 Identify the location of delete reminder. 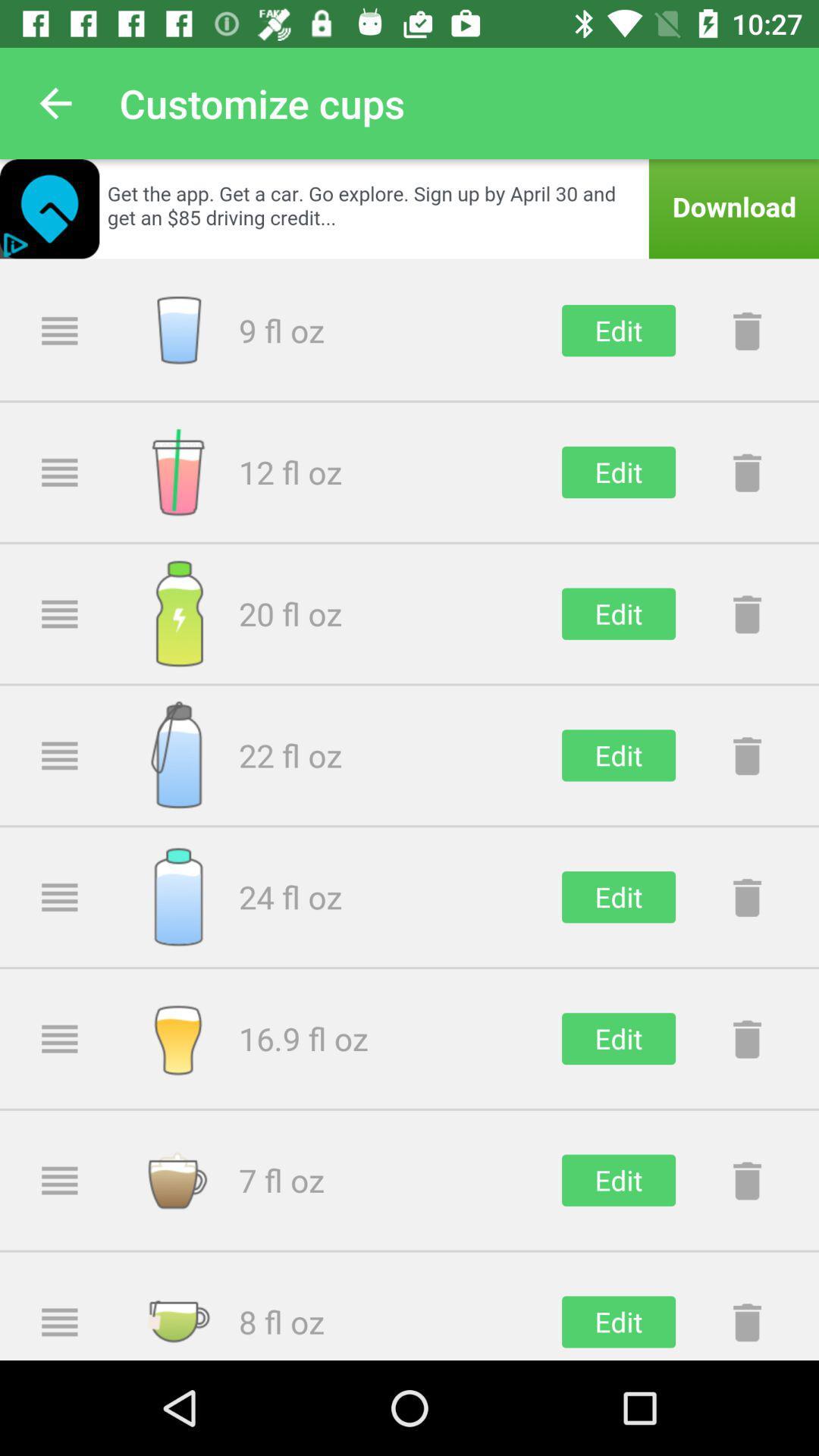
(746, 1321).